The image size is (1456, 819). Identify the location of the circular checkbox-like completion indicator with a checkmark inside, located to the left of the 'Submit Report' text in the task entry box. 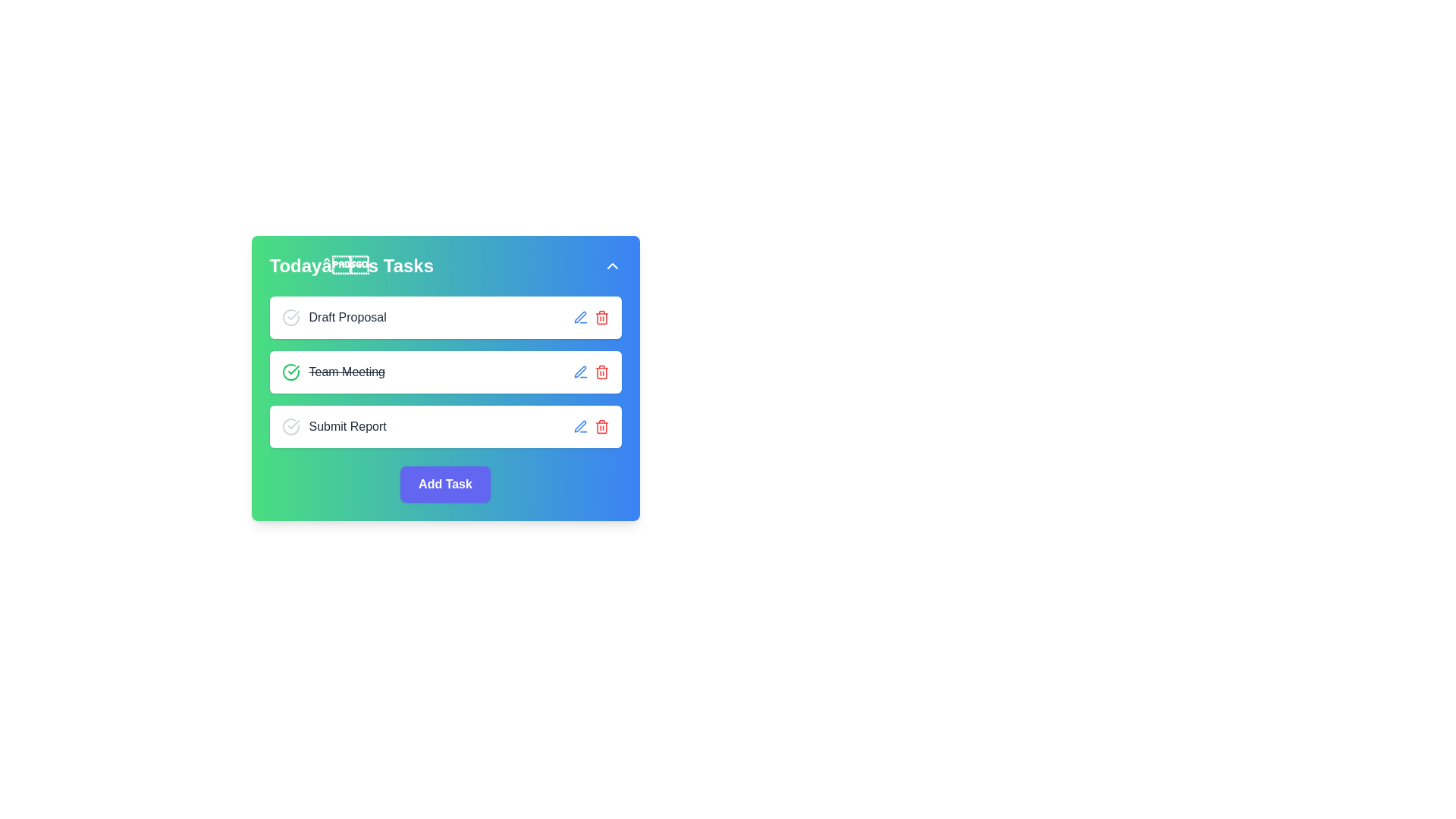
(290, 427).